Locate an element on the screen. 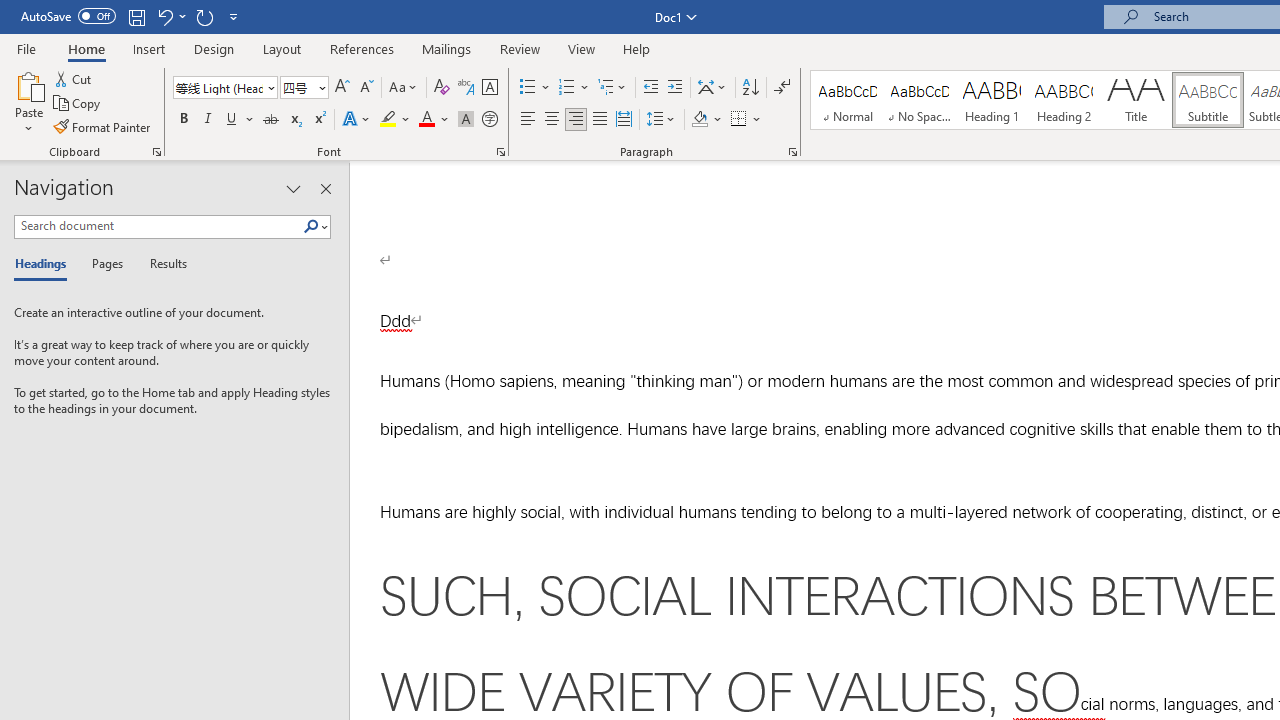  'Quick Access Toolbar' is located at coordinates (130, 16).